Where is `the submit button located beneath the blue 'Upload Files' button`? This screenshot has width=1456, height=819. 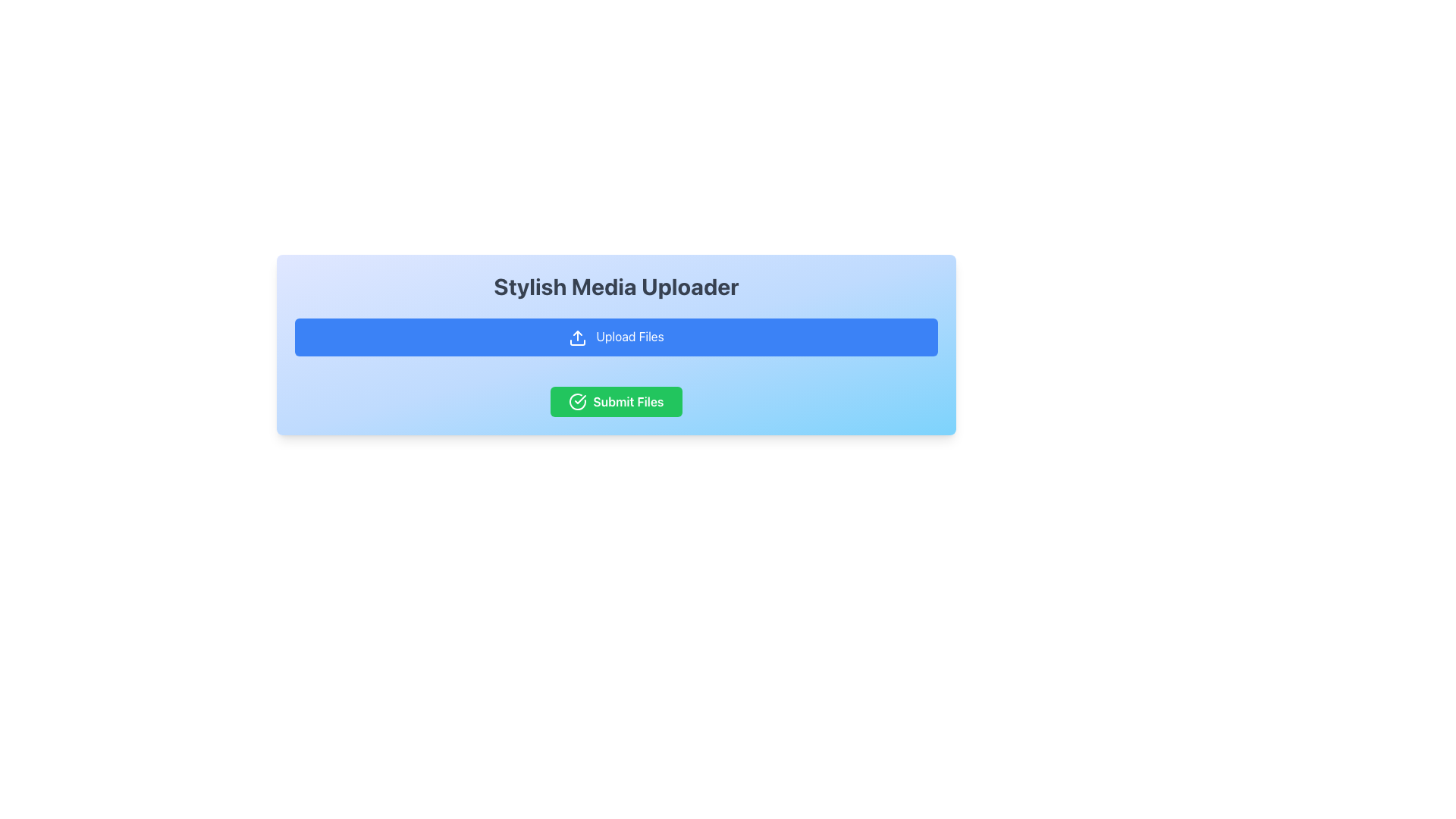
the submit button located beneath the blue 'Upload Files' button is located at coordinates (616, 400).